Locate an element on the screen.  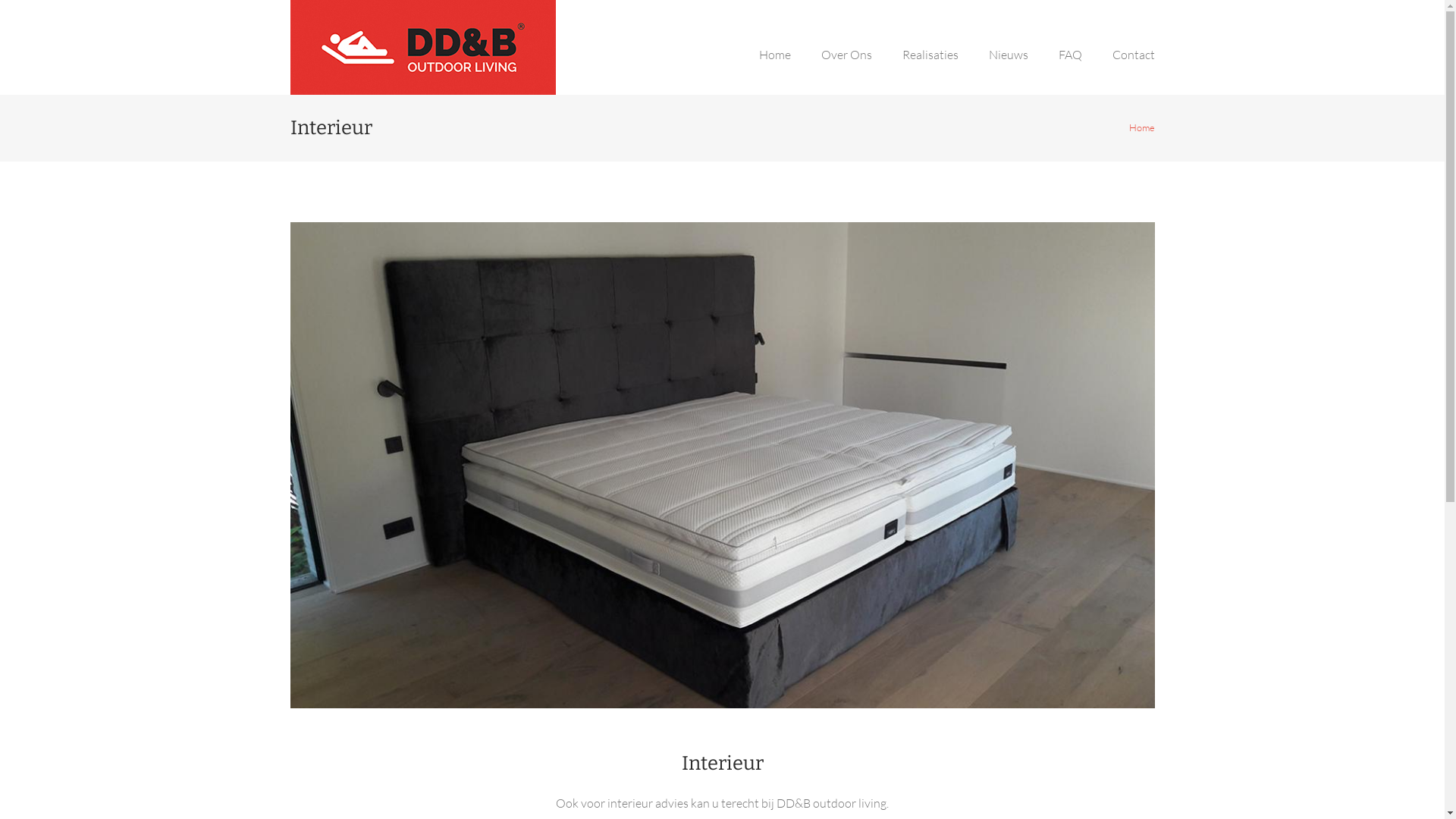
'Nieuws' is located at coordinates (973, 71).